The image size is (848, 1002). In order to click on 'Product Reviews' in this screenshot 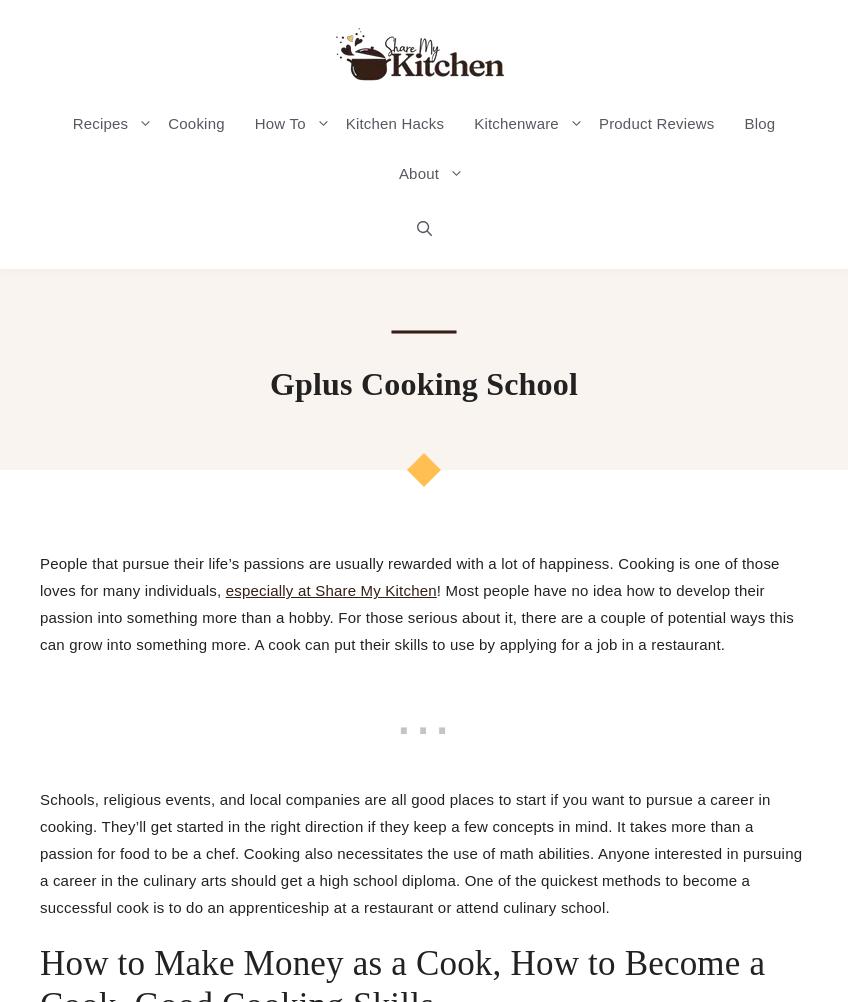, I will do `click(655, 122)`.